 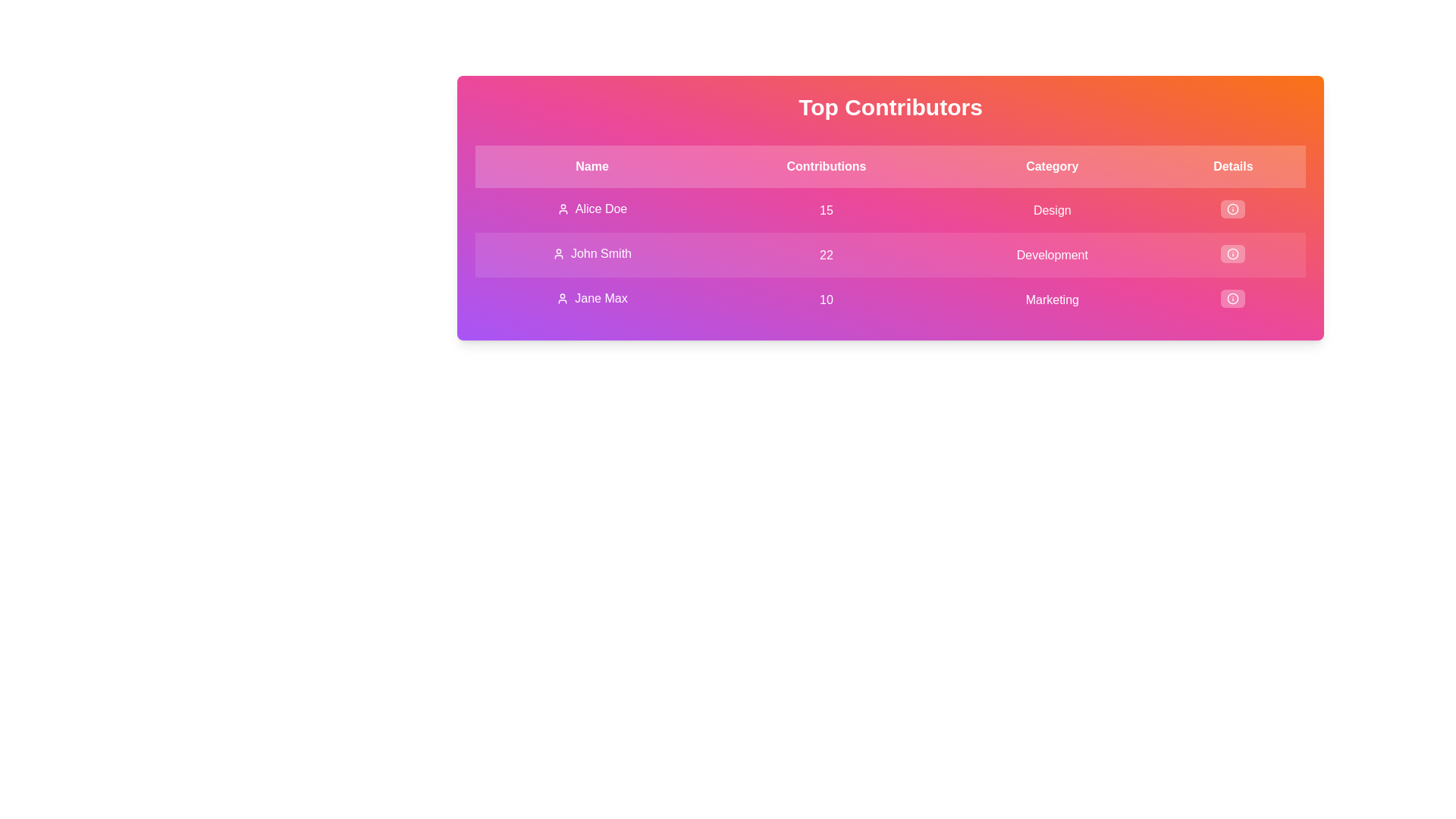 I want to click on the 'Development' label element, which displays the text in white on a colorful gradient background, located in the second row of the table under the 'Category' column, positioned between '22' and an interactive button, so click(x=1051, y=254).